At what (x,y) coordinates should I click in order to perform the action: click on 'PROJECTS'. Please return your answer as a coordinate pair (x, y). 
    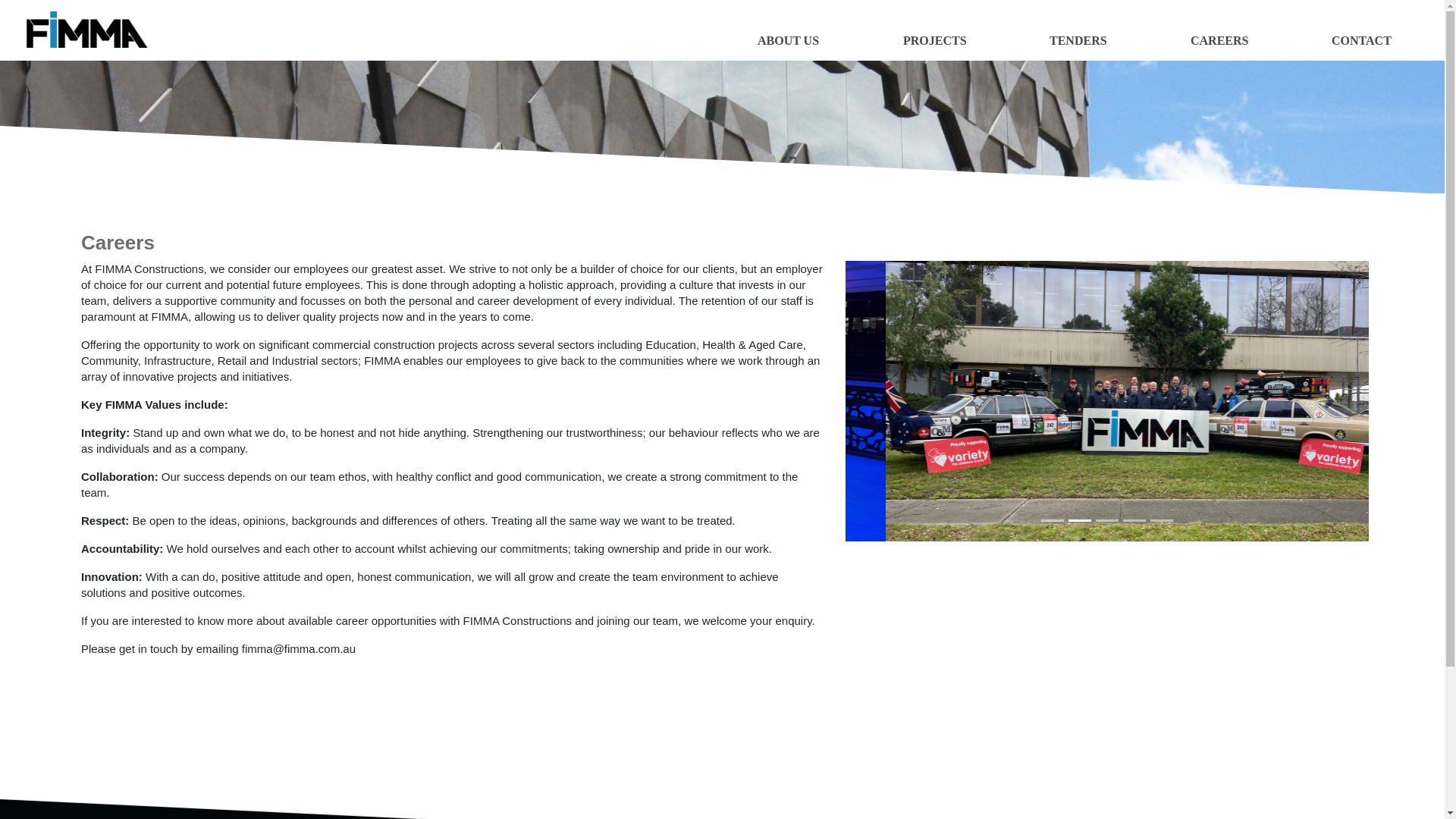
    Looking at the image, I should click on (934, 45).